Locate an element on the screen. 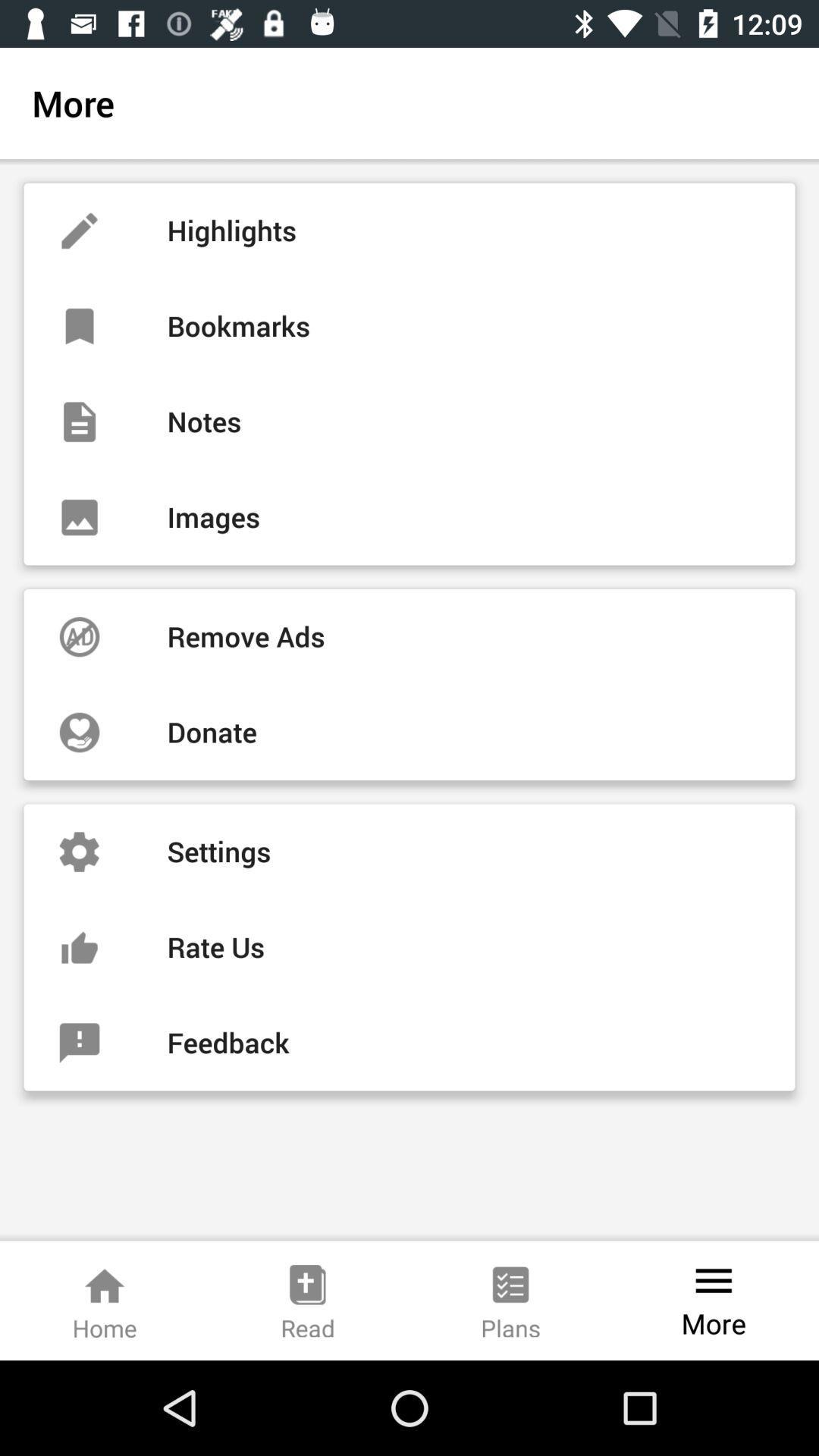  the item below the settings icon is located at coordinates (409, 946).